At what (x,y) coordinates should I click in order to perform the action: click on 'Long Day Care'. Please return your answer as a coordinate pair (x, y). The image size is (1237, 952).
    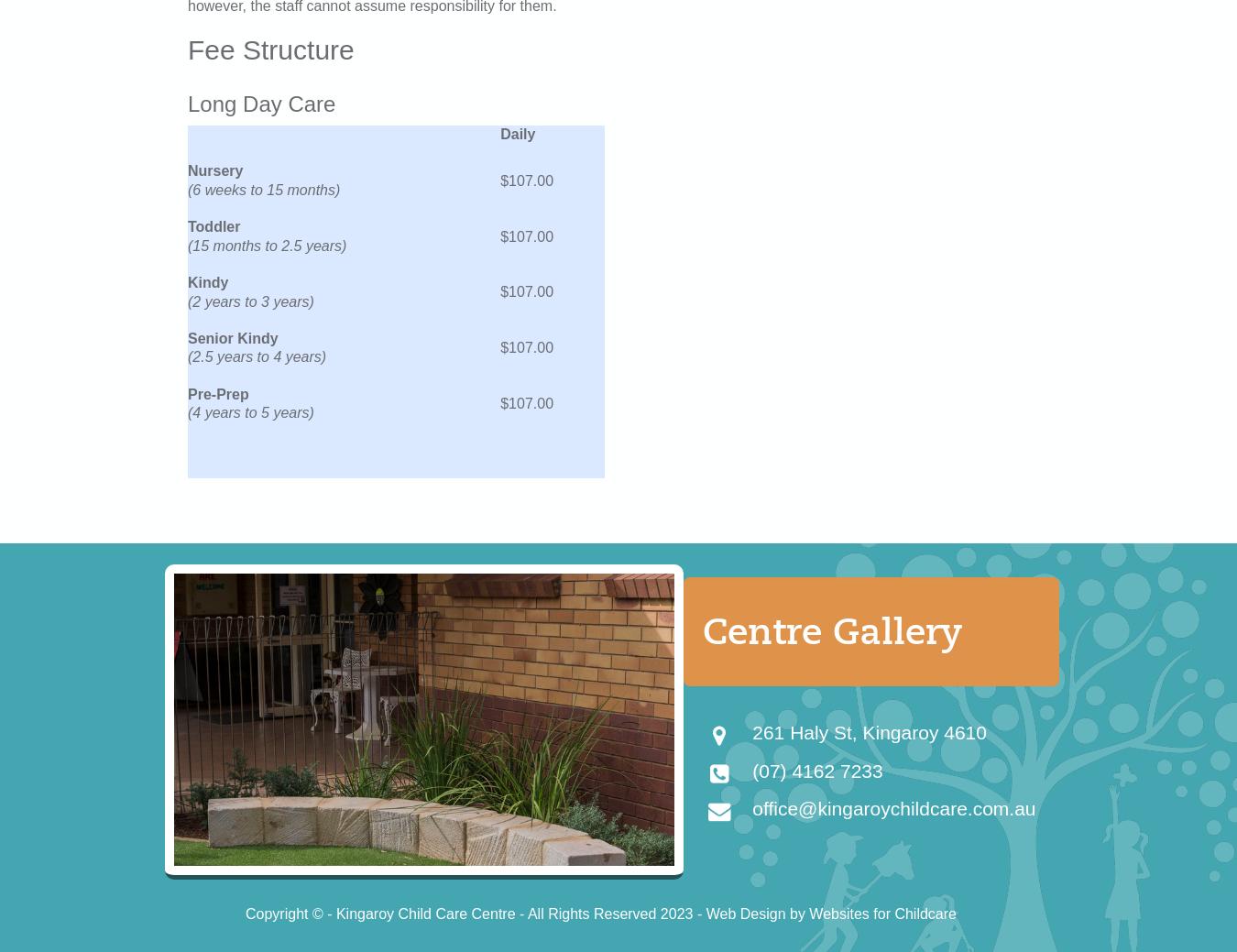
    Looking at the image, I should click on (260, 102).